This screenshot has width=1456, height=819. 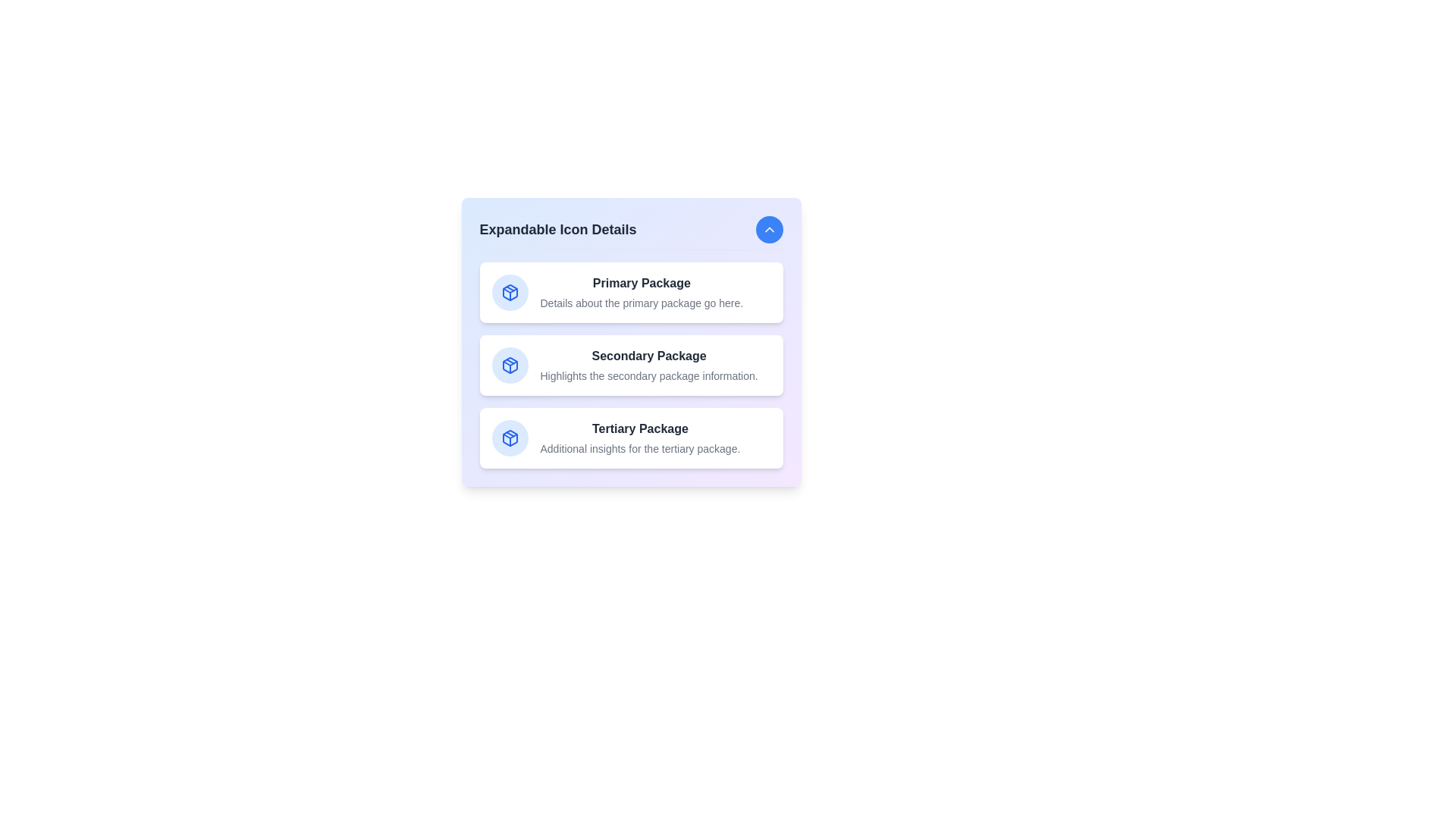 I want to click on the static text field that provides additional information about 'Primary Package', located below the 'Primary Package' text in the first card of the 'Expandable Icon Details' interface, so click(x=642, y=303).